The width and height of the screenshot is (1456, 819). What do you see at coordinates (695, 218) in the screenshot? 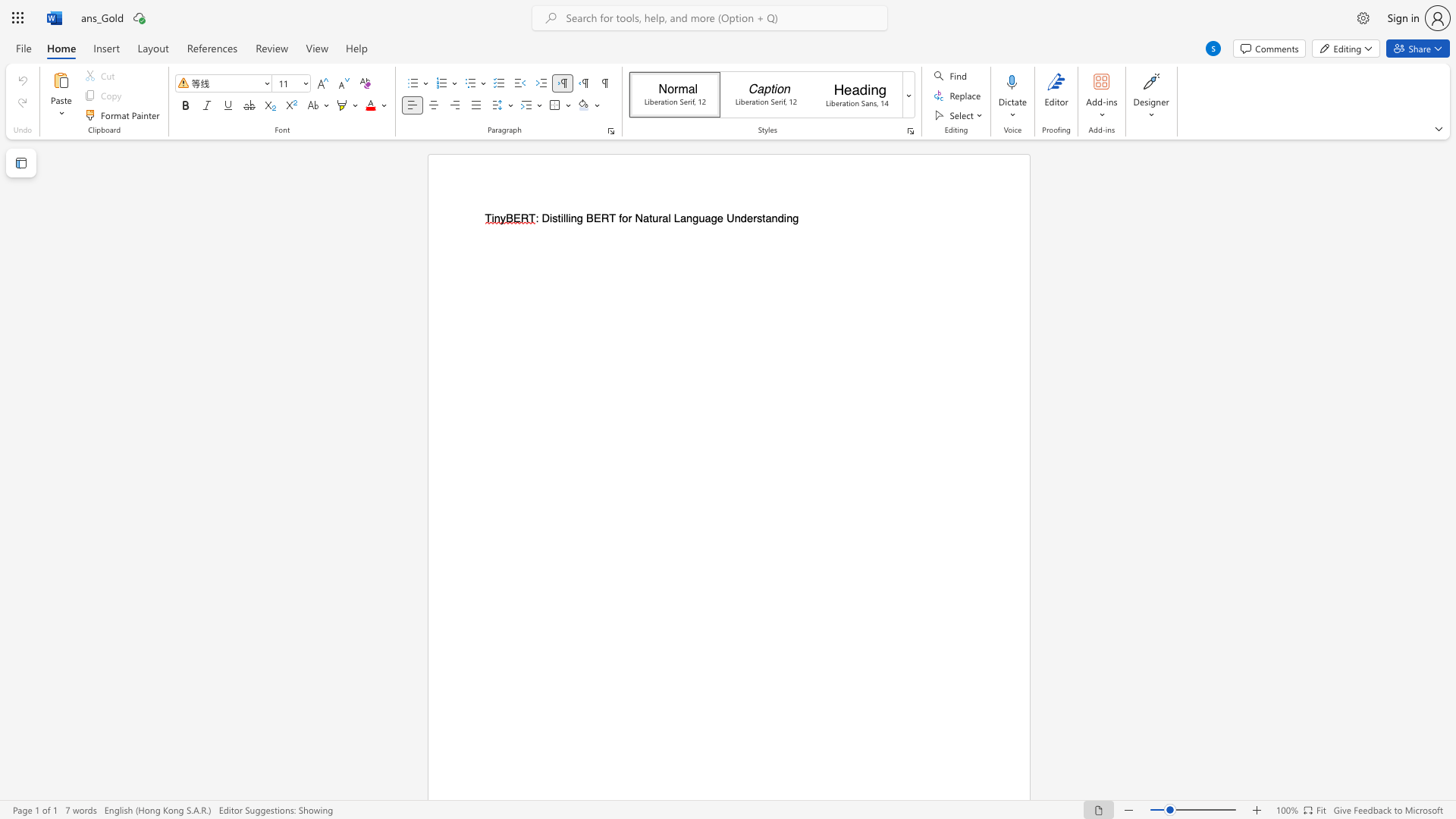
I see `the 2th character "g" in the text` at bounding box center [695, 218].